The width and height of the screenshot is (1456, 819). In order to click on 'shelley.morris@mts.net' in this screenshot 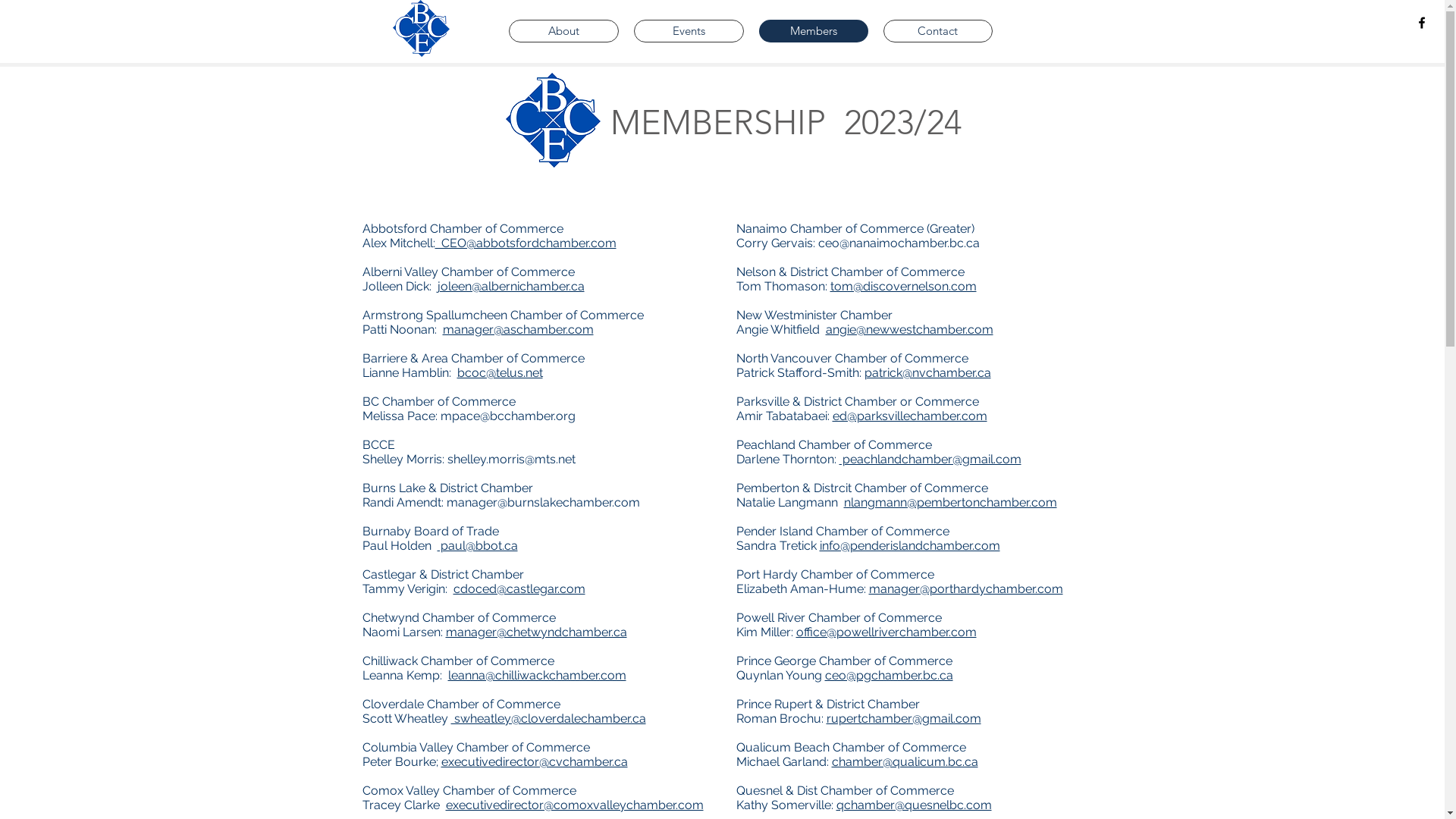, I will do `click(511, 458)`.